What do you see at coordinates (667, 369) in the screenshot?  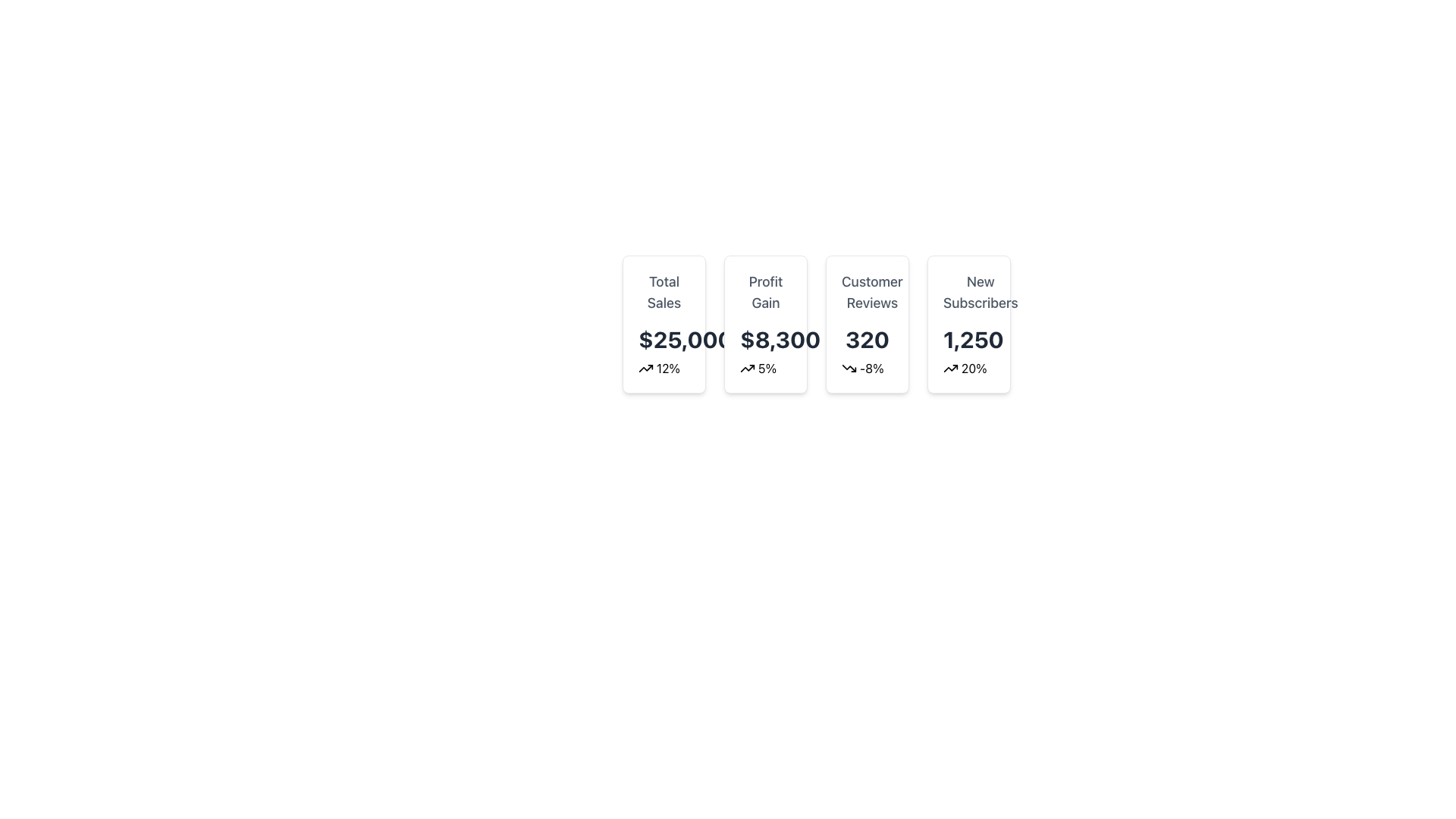 I see `percentage change or growth displayed in the text label located beneath the '$25,000' label and to the right of the upward-facing arrow icon in the metric box` at bounding box center [667, 369].